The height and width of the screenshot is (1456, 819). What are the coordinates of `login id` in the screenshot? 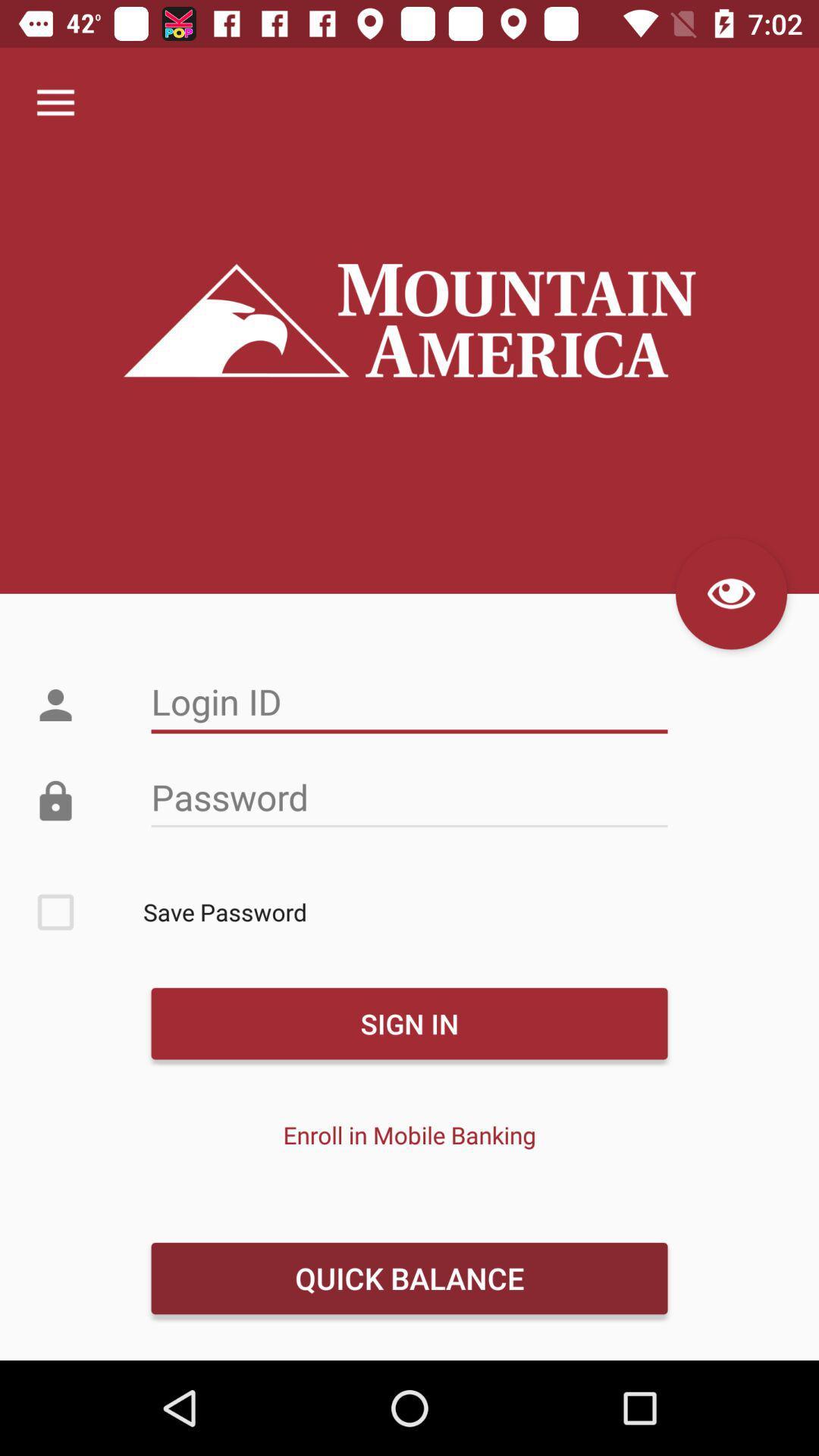 It's located at (409, 701).